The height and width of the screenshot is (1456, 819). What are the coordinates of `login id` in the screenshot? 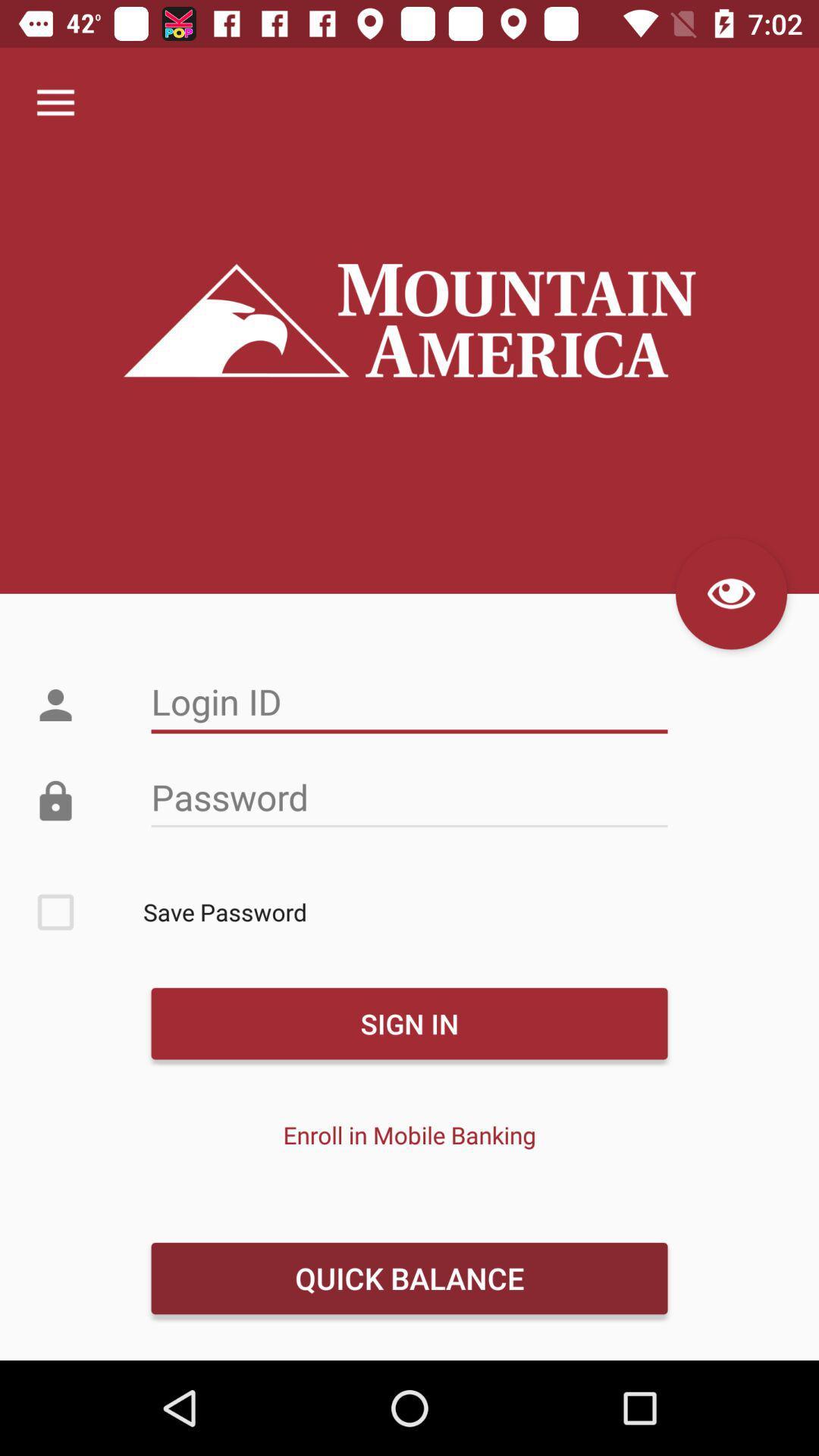 It's located at (409, 701).